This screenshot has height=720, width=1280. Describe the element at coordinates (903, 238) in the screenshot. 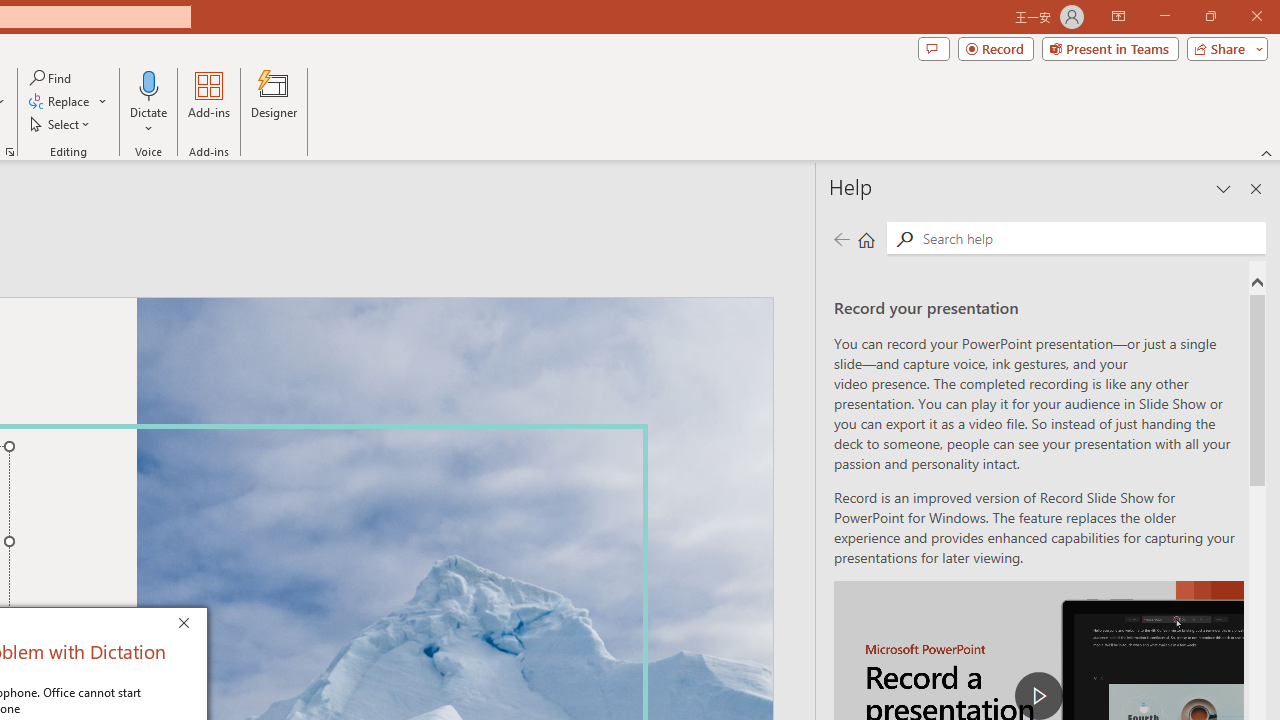

I see `'Search'` at that location.